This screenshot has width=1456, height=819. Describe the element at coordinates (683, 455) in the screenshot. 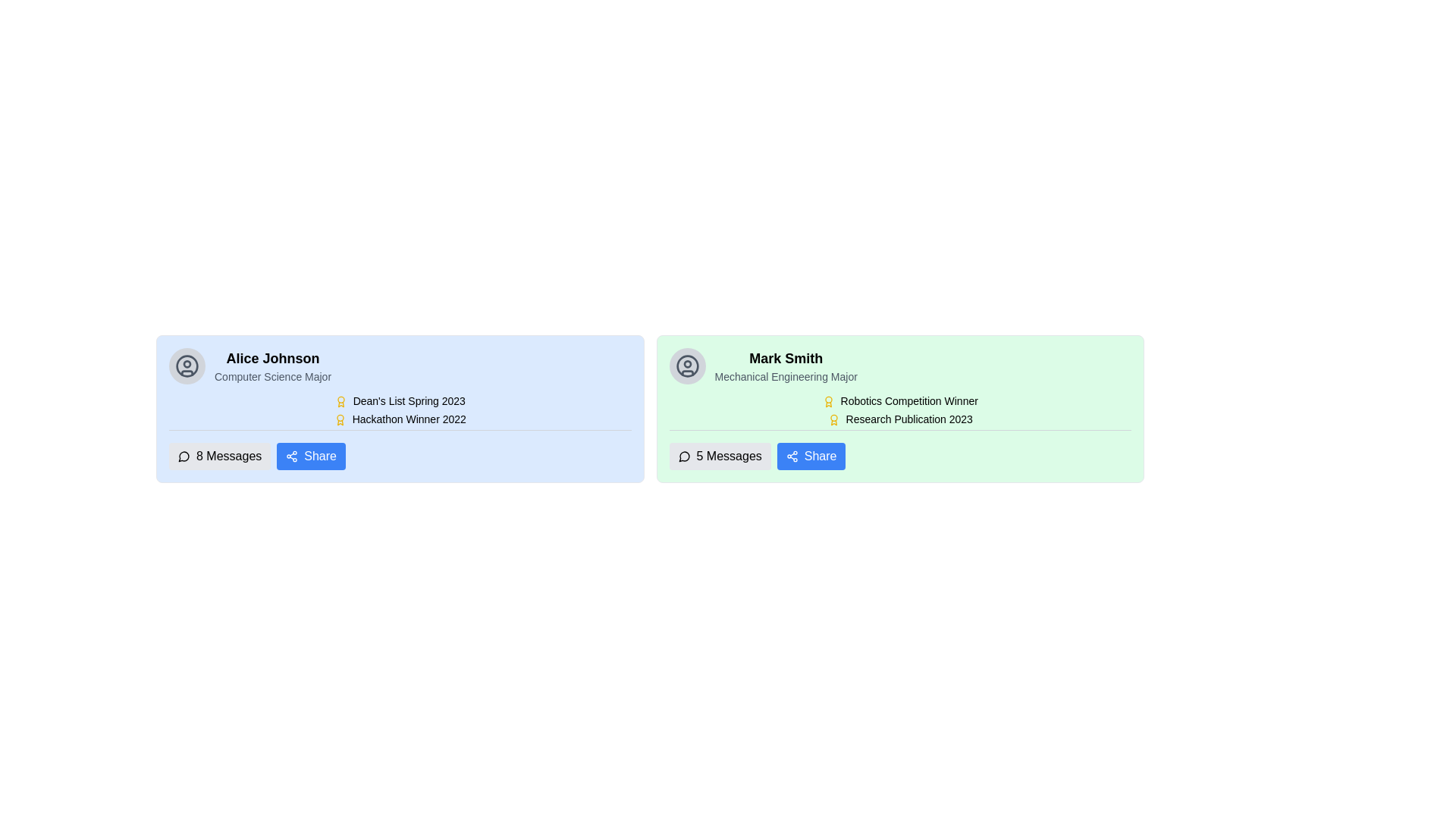

I see `the speech bubble icon indicating the messaging feature, located within the button labeled '5 Messages' next to 'Mark Smith'` at that location.